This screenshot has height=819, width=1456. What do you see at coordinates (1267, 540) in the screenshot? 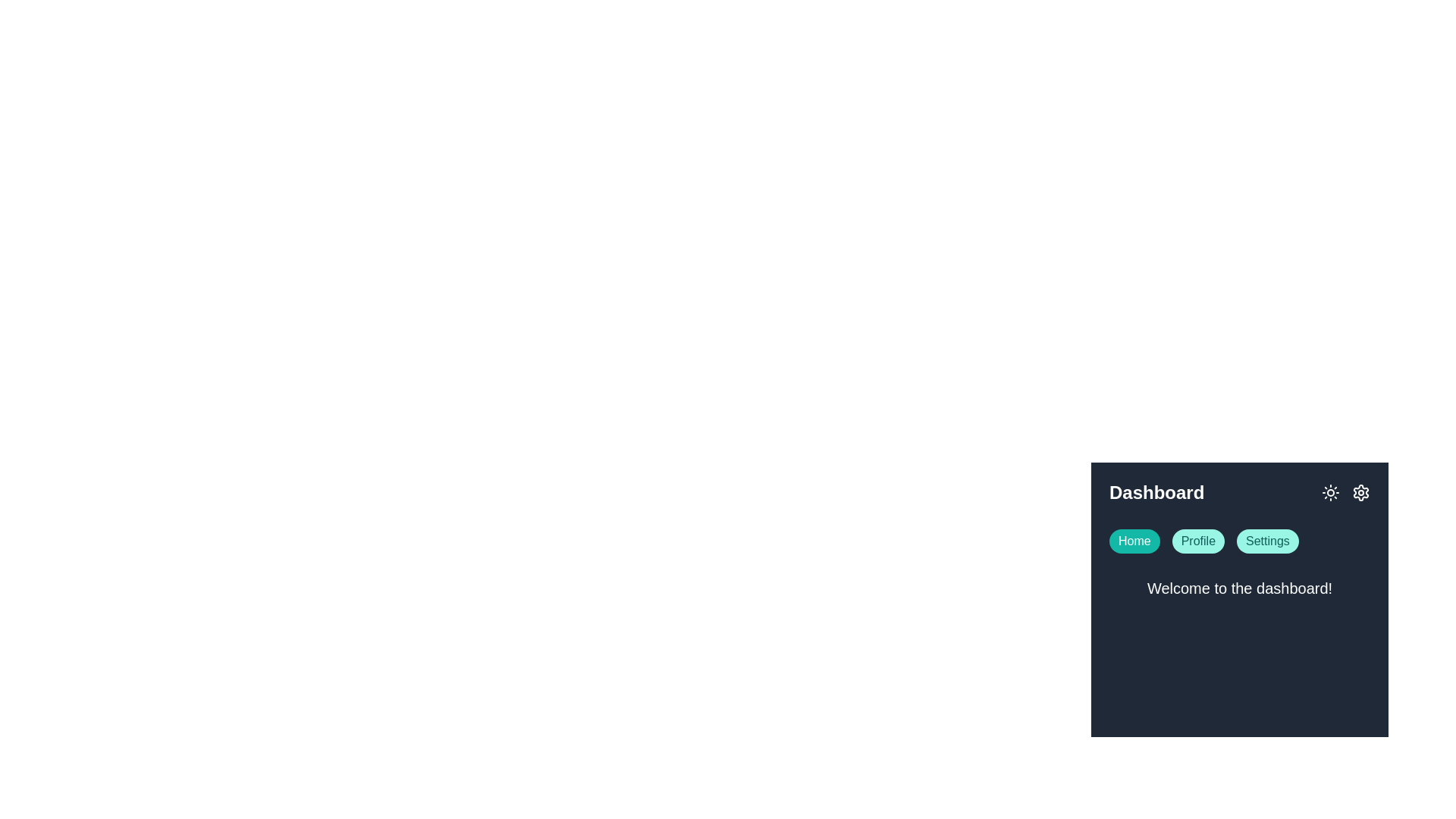
I see `the 'Settings' button, which is the third button in a horizontal row located in the top-right portion of the interface` at bounding box center [1267, 540].